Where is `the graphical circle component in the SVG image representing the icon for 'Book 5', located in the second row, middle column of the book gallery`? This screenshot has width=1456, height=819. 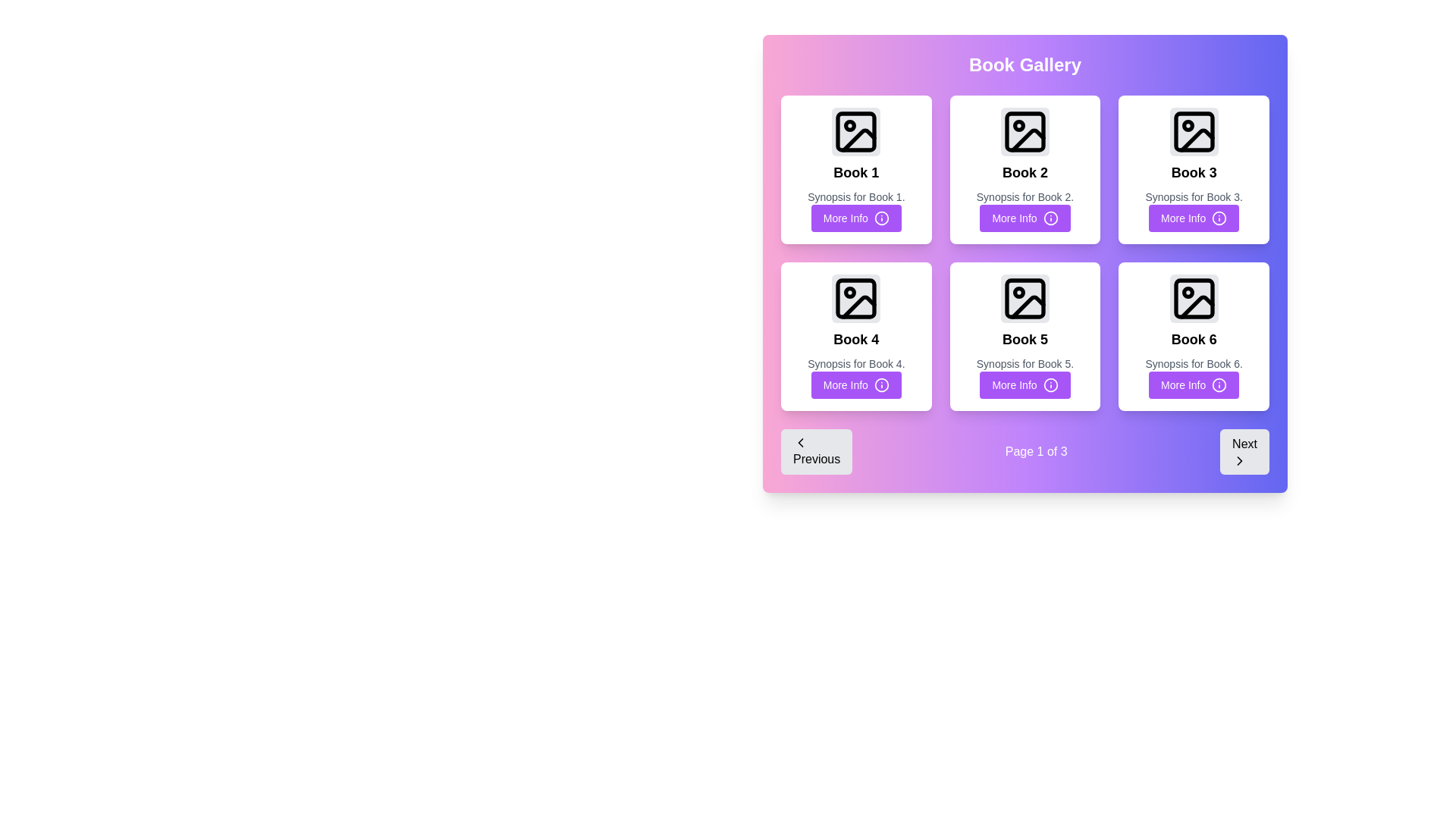 the graphical circle component in the SVG image representing the icon for 'Book 5', located in the second row, middle column of the book gallery is located at coordinates (1019, 292).